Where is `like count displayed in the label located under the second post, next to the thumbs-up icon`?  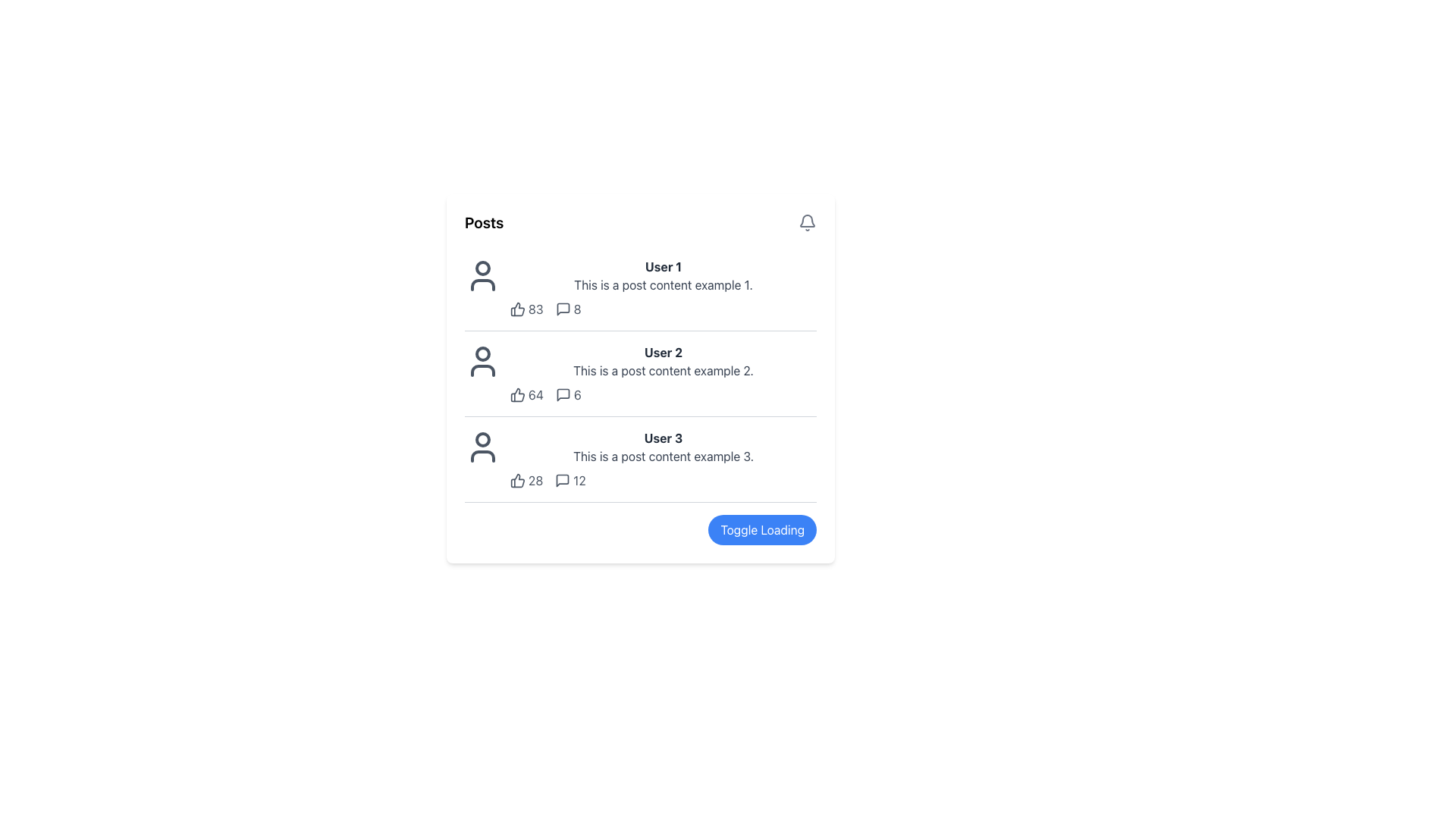 like count displayed in the label located under the second post, next to the thumbs-up icon is located at coordinates (526, 394).